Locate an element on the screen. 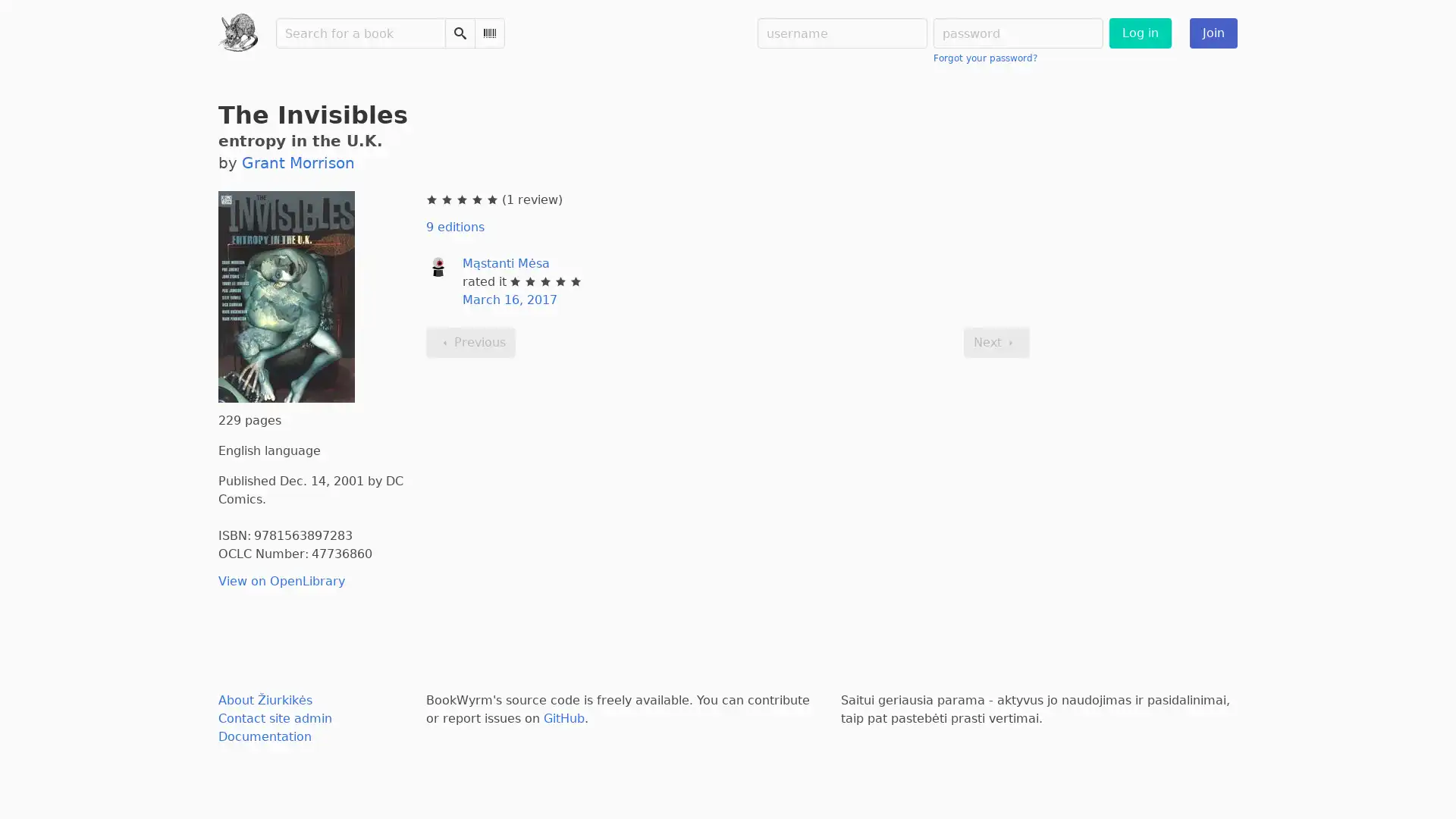  The Invisibles (2001, DC Comics) Click to enlarge is located at coordinates (287, 297).